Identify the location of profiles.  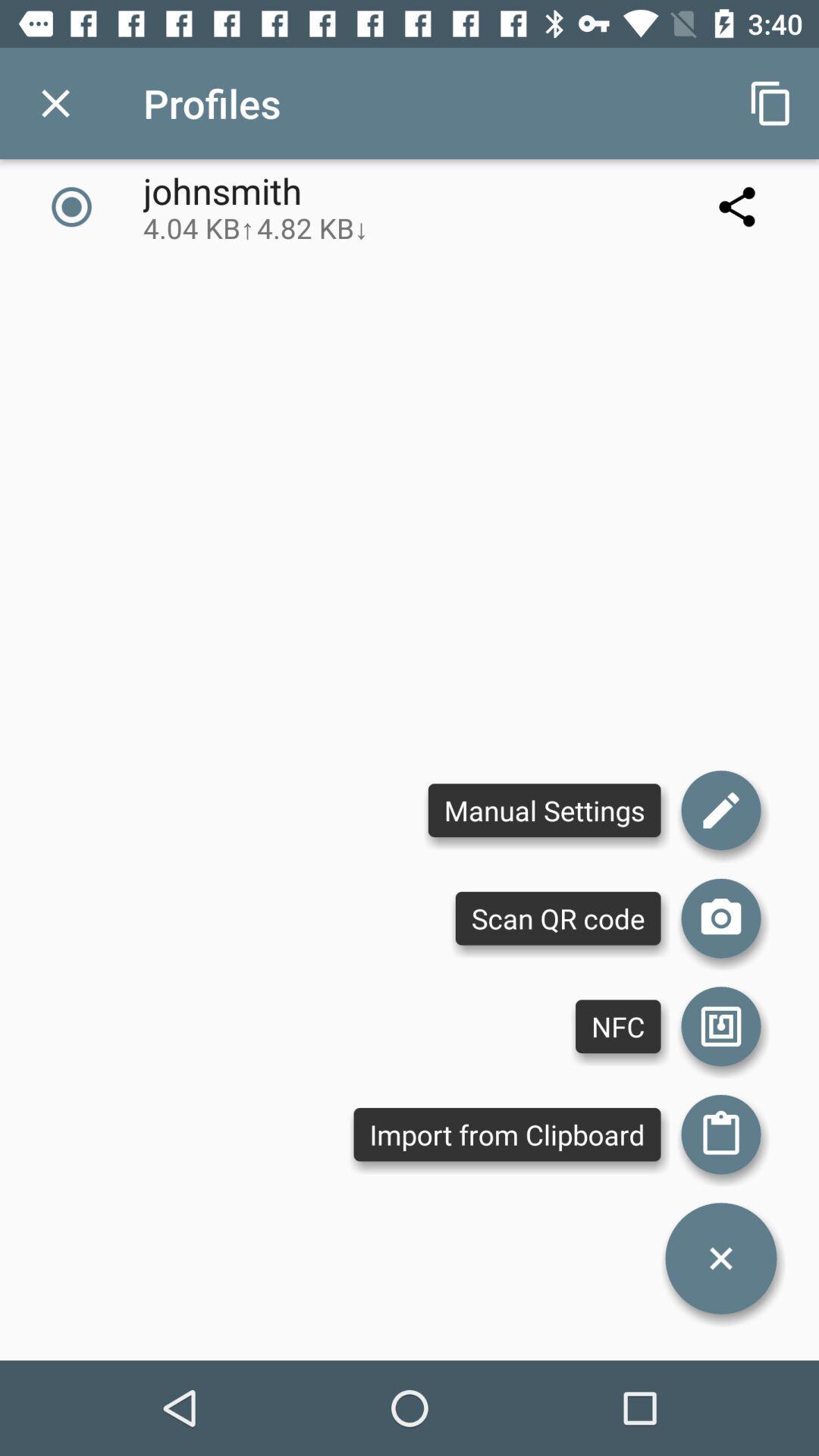
(55, 102).